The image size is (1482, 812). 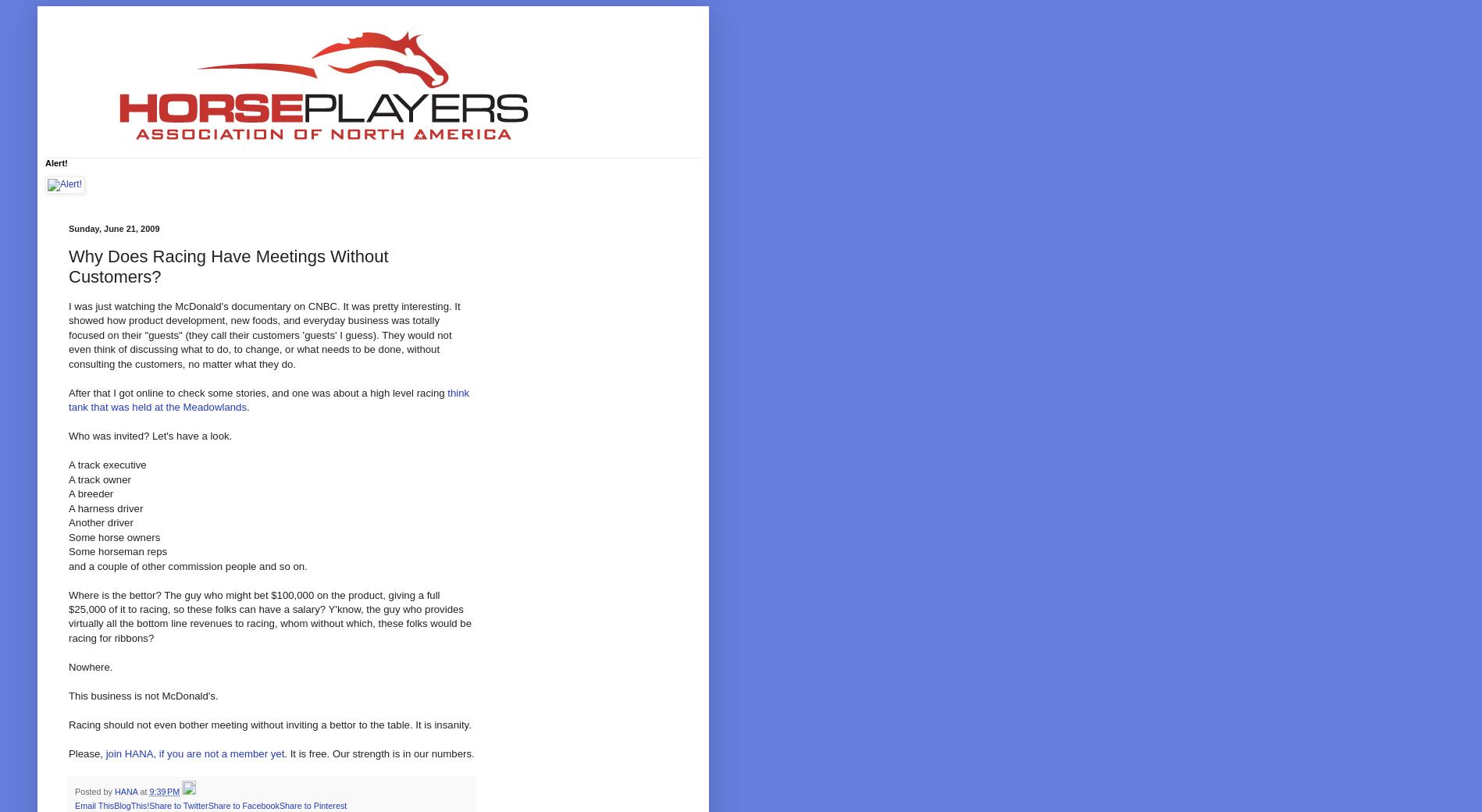 What do you see at coordinates (130, 804) in the screenshot?
I see `'BlogThis!'` at bounding box center [130, 804].